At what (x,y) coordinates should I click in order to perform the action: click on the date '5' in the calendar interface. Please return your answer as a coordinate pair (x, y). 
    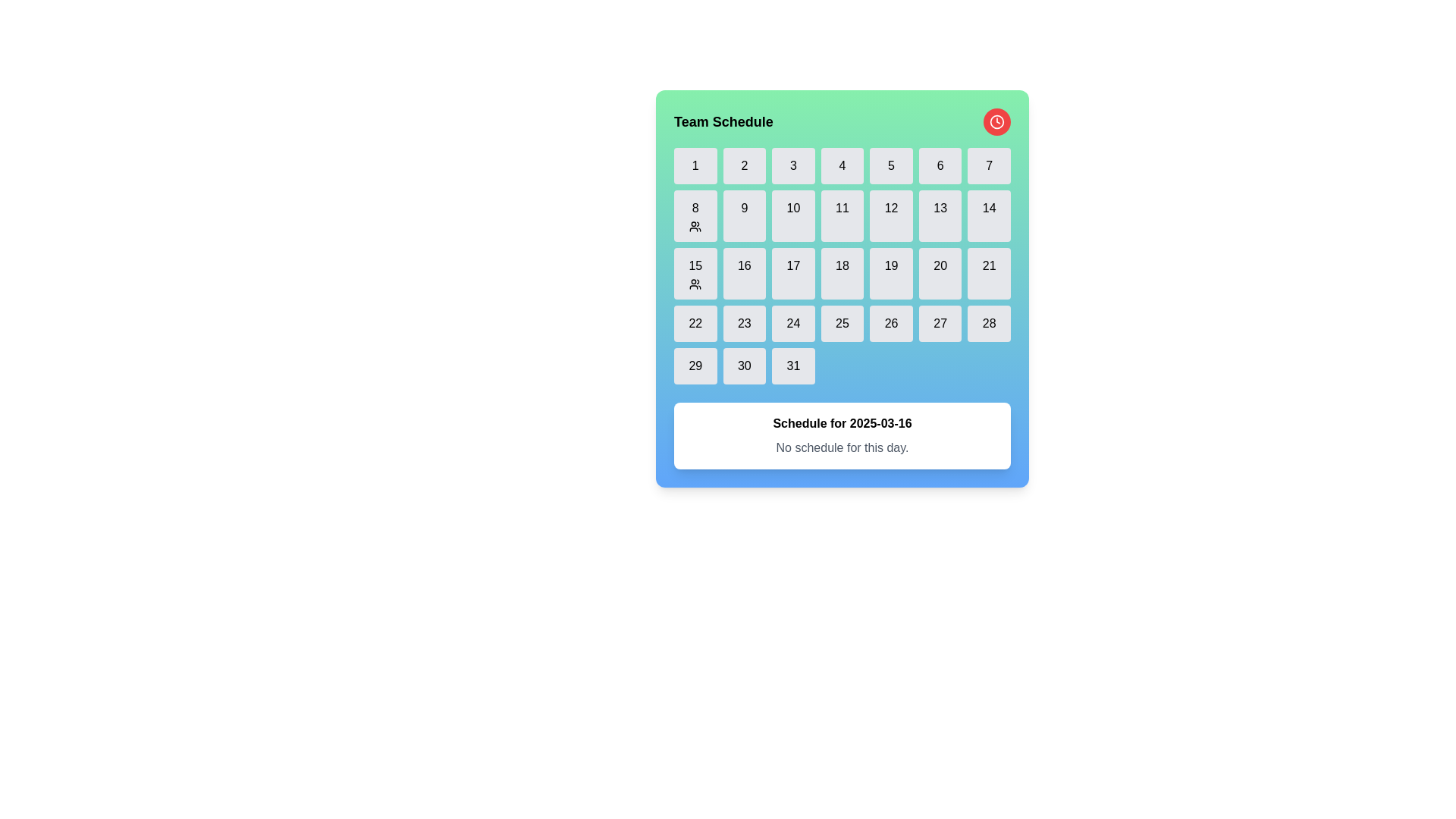
    Looking at the image, I should click on (891, 166).